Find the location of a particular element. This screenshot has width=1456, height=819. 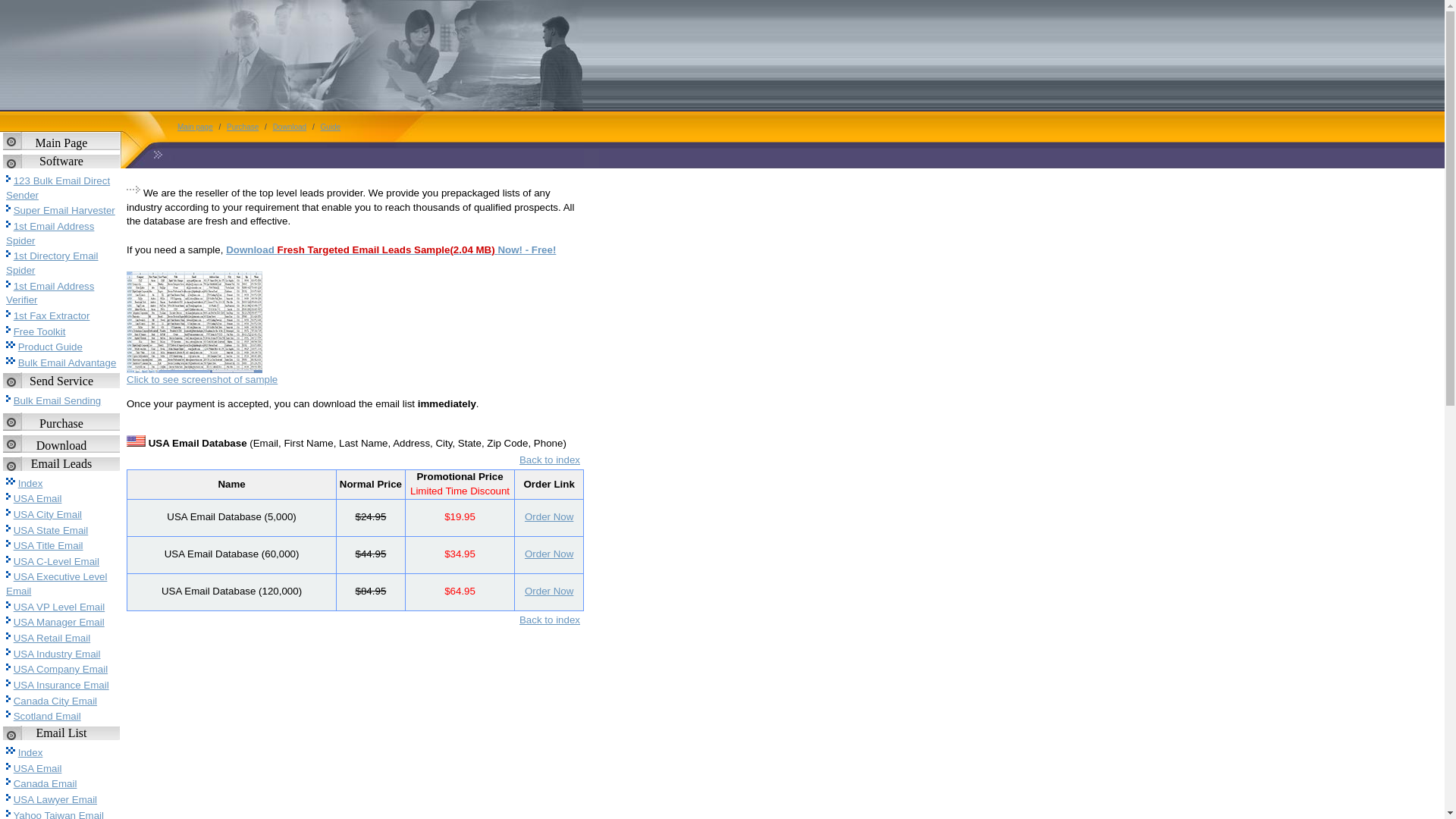

'1st Directory Email Spider' is located at coordinates (52, 262).